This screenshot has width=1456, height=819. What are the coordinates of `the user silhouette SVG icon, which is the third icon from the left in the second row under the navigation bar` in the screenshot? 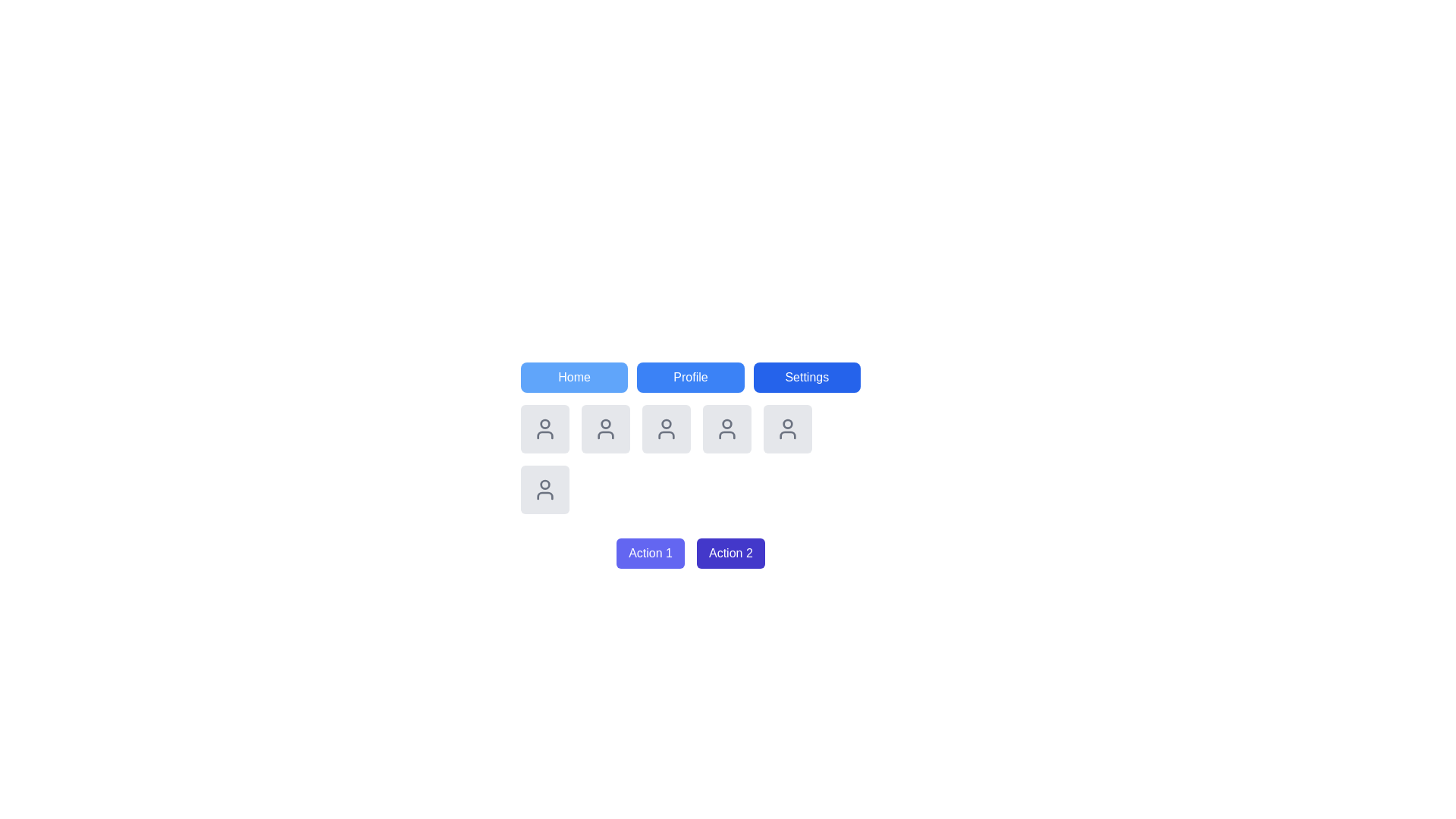 It's located at (604, 429).